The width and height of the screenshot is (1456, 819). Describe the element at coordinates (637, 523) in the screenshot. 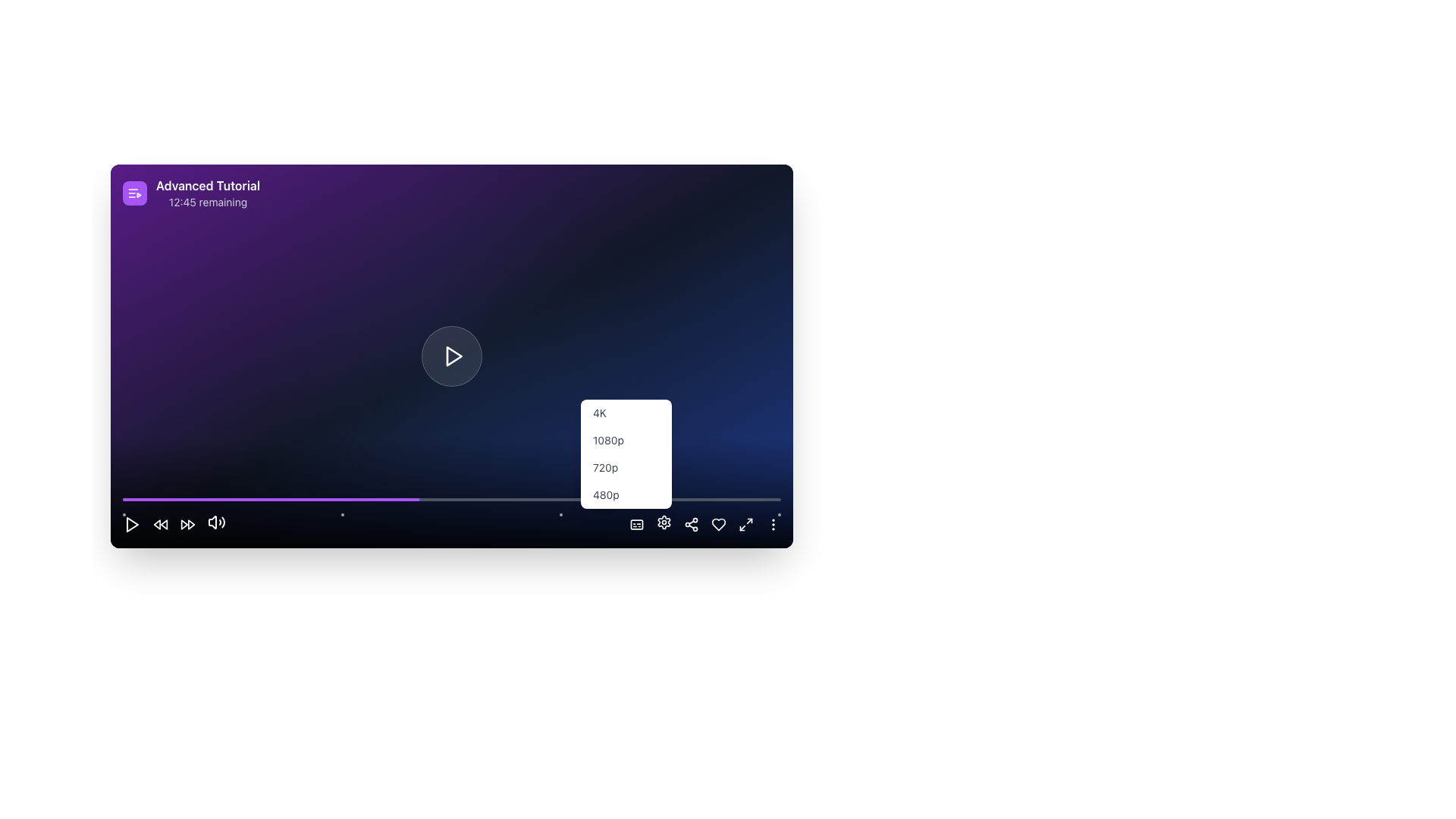

I see `the closed captions toggle button located on the bottom-center toolbar of the video player` at that location.